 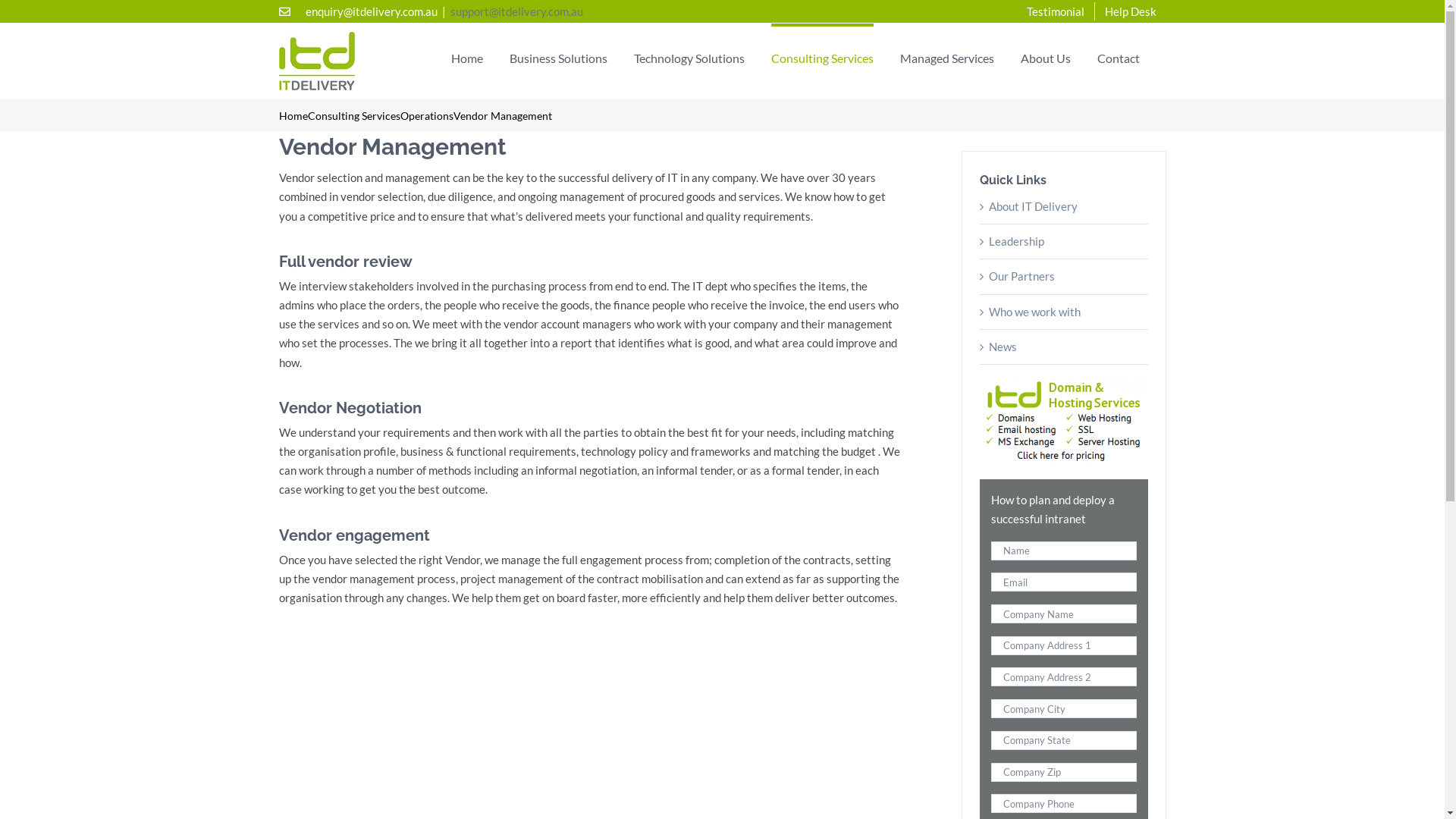 I want to click on 'Operations', so click(x=400, y=115).